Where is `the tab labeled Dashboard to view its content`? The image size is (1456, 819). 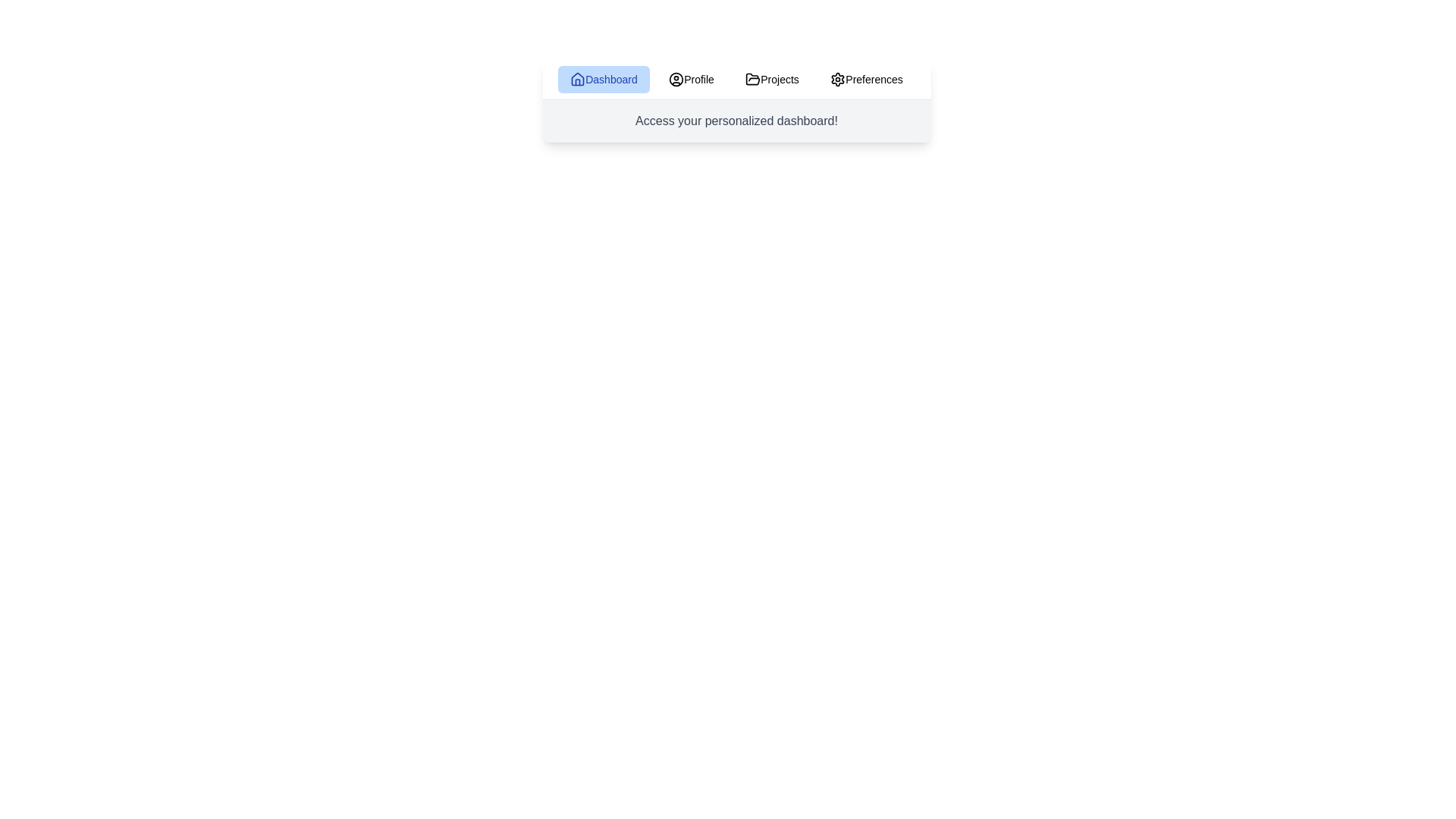
the tab labeled Dashboard to view its content is located at coordinates (603, 79).